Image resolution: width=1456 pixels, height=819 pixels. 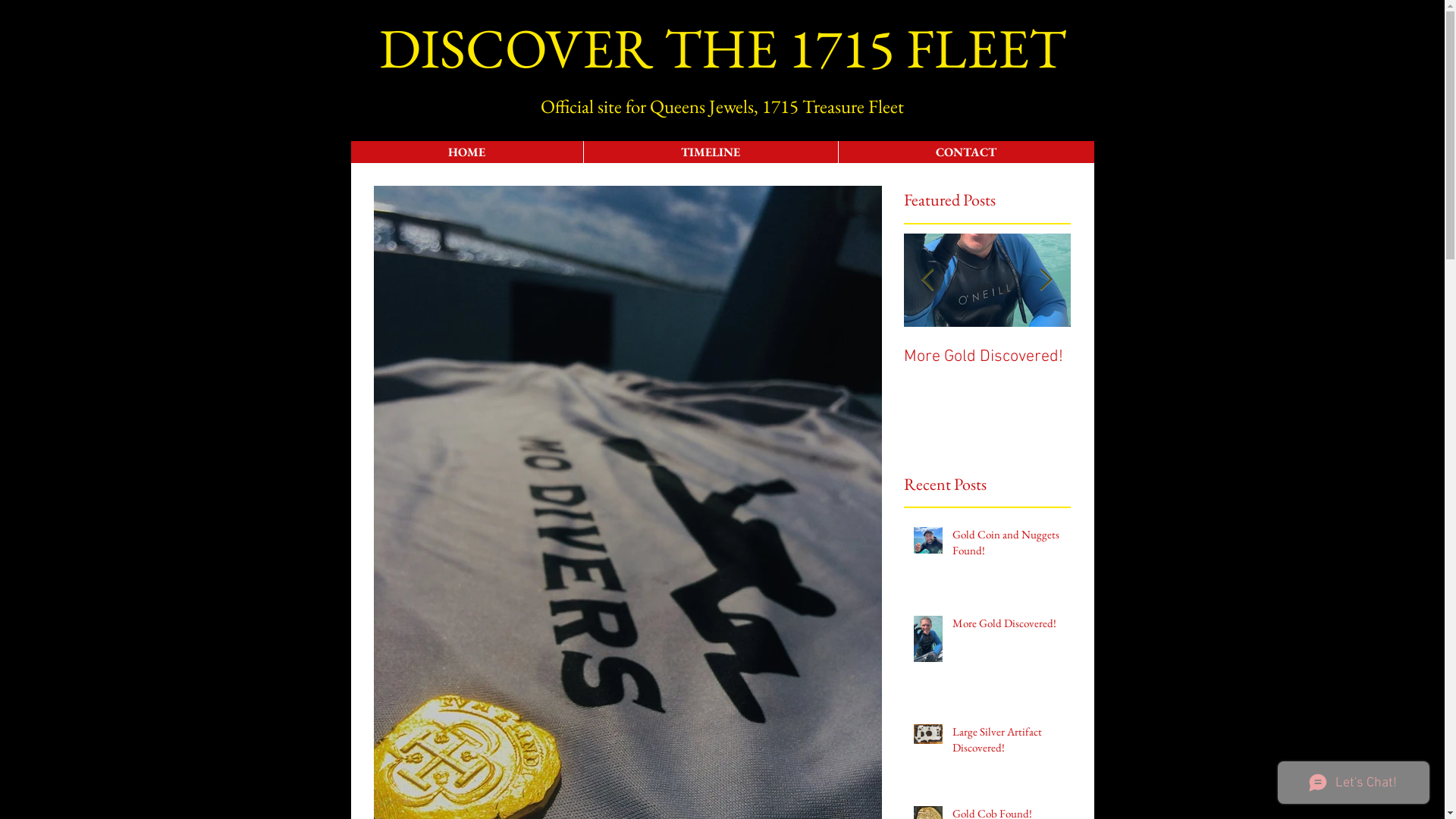 I want to click on 'HOME', so click(x=465, y=152).